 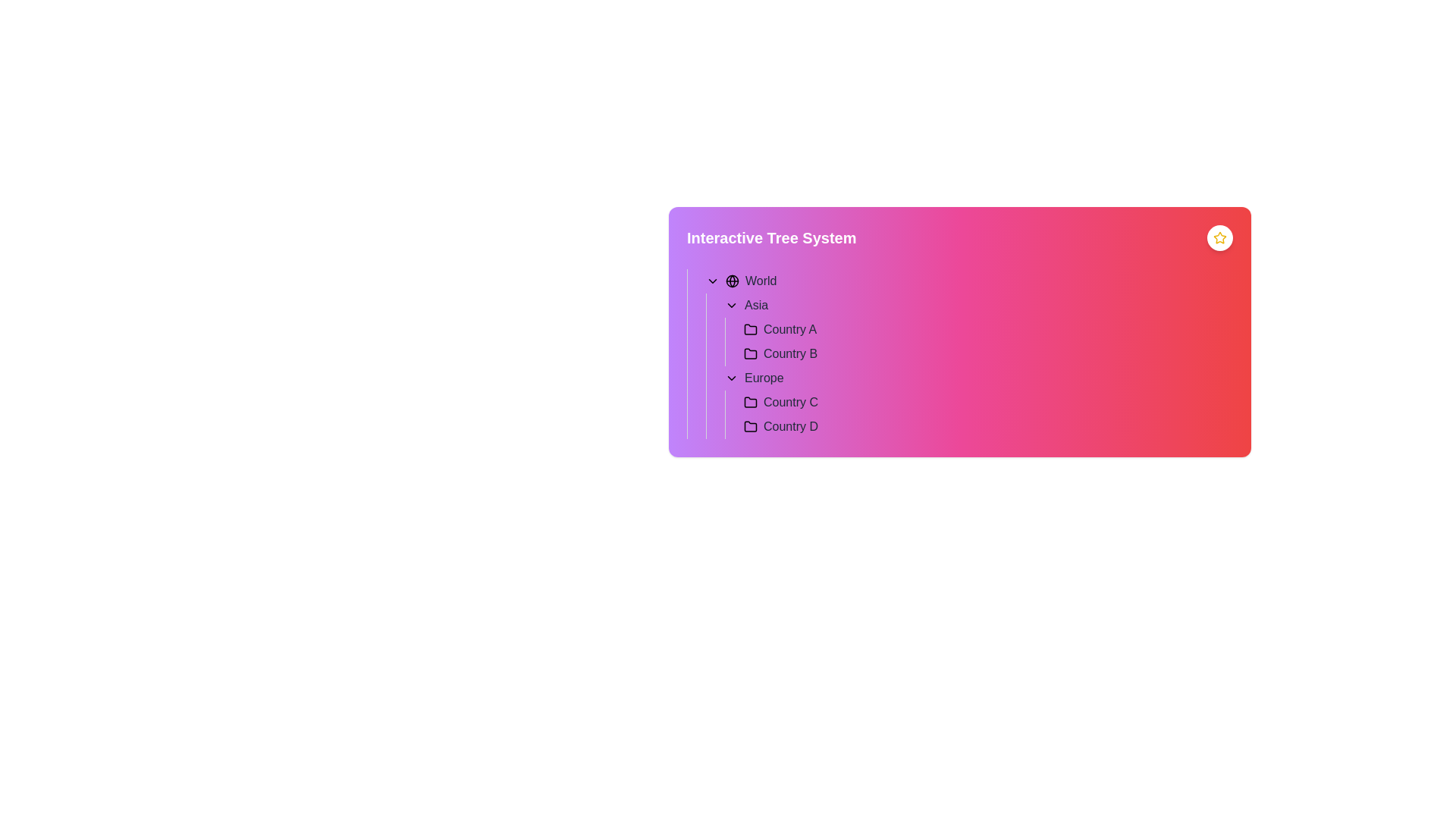 What do you see at coordinates (731, 377) in the screenshot?
I see `the Dropdown Indicator` at bounding box center [731, 377].